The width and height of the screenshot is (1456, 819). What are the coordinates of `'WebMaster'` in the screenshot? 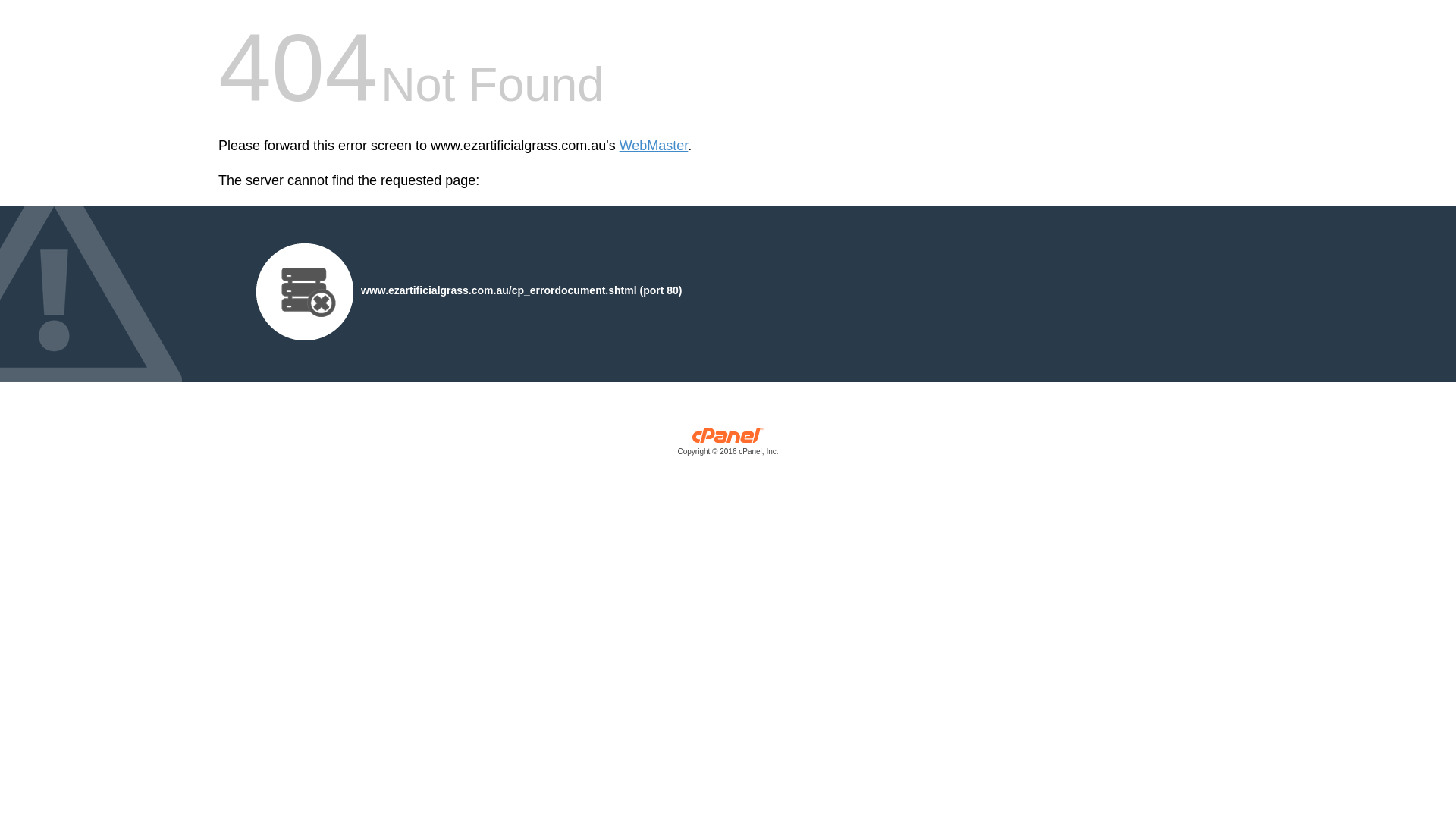 It's located at (654, 146).